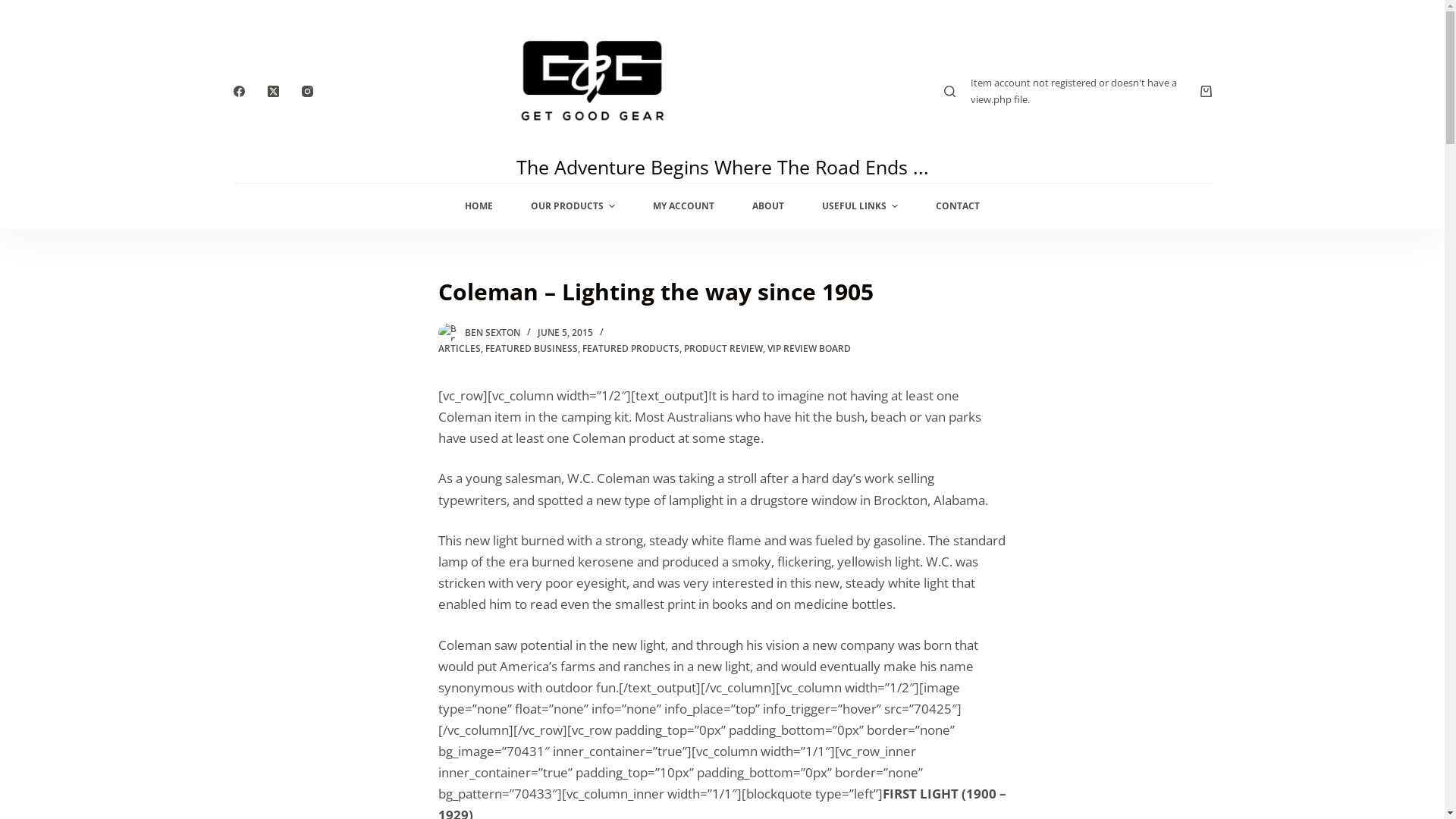  I want to click on 'Our Clients', so click(266, 557).